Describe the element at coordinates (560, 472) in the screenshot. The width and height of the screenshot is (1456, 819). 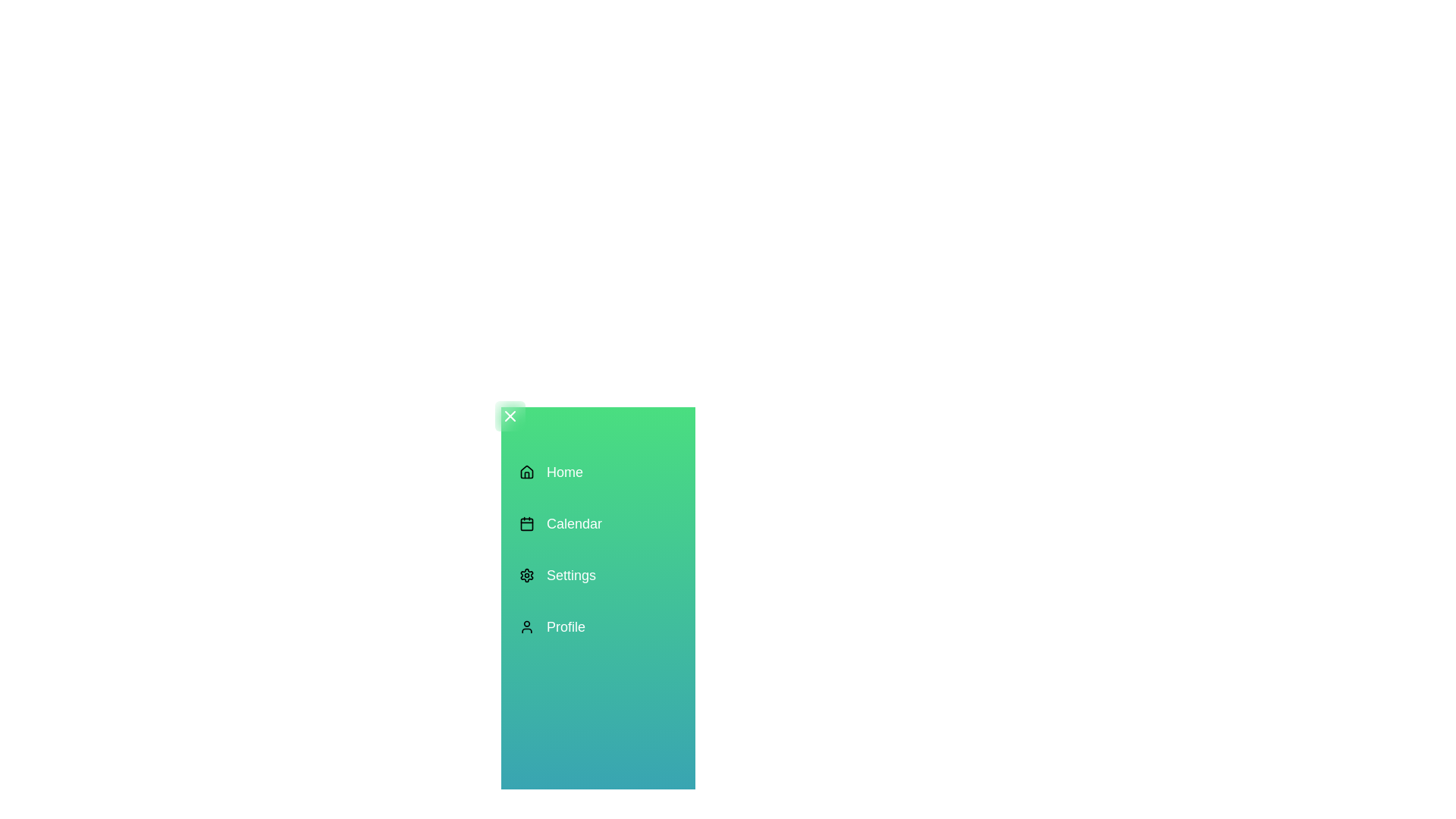
I see `the 'Home' button located at the top of the vertical sidebar menu on the left side of the green gradient background` at that location.